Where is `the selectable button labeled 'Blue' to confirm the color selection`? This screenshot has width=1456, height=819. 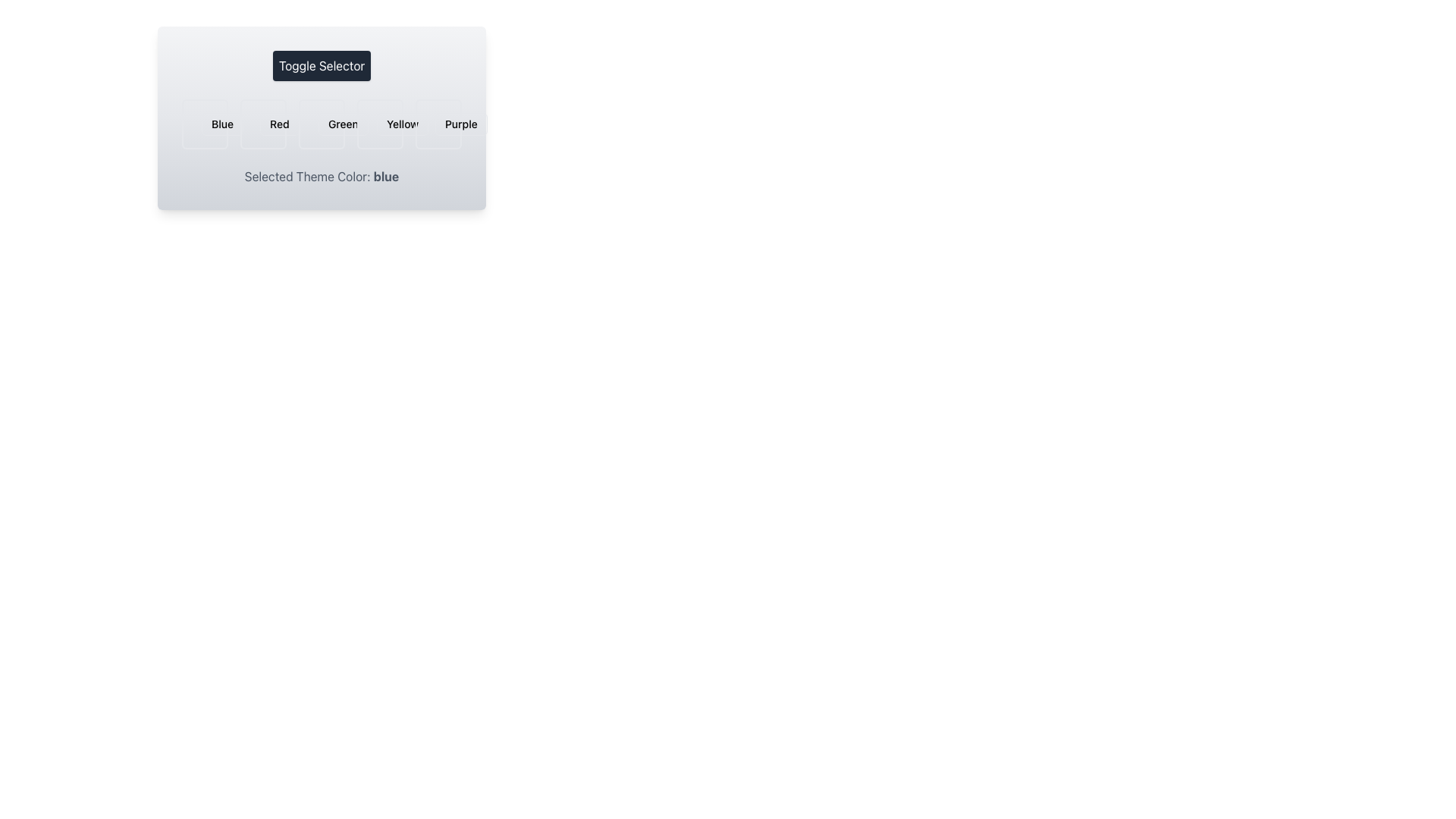 the selectable button labeled 'Blue' to confirm the color selection is located at coordinates (204, 124).